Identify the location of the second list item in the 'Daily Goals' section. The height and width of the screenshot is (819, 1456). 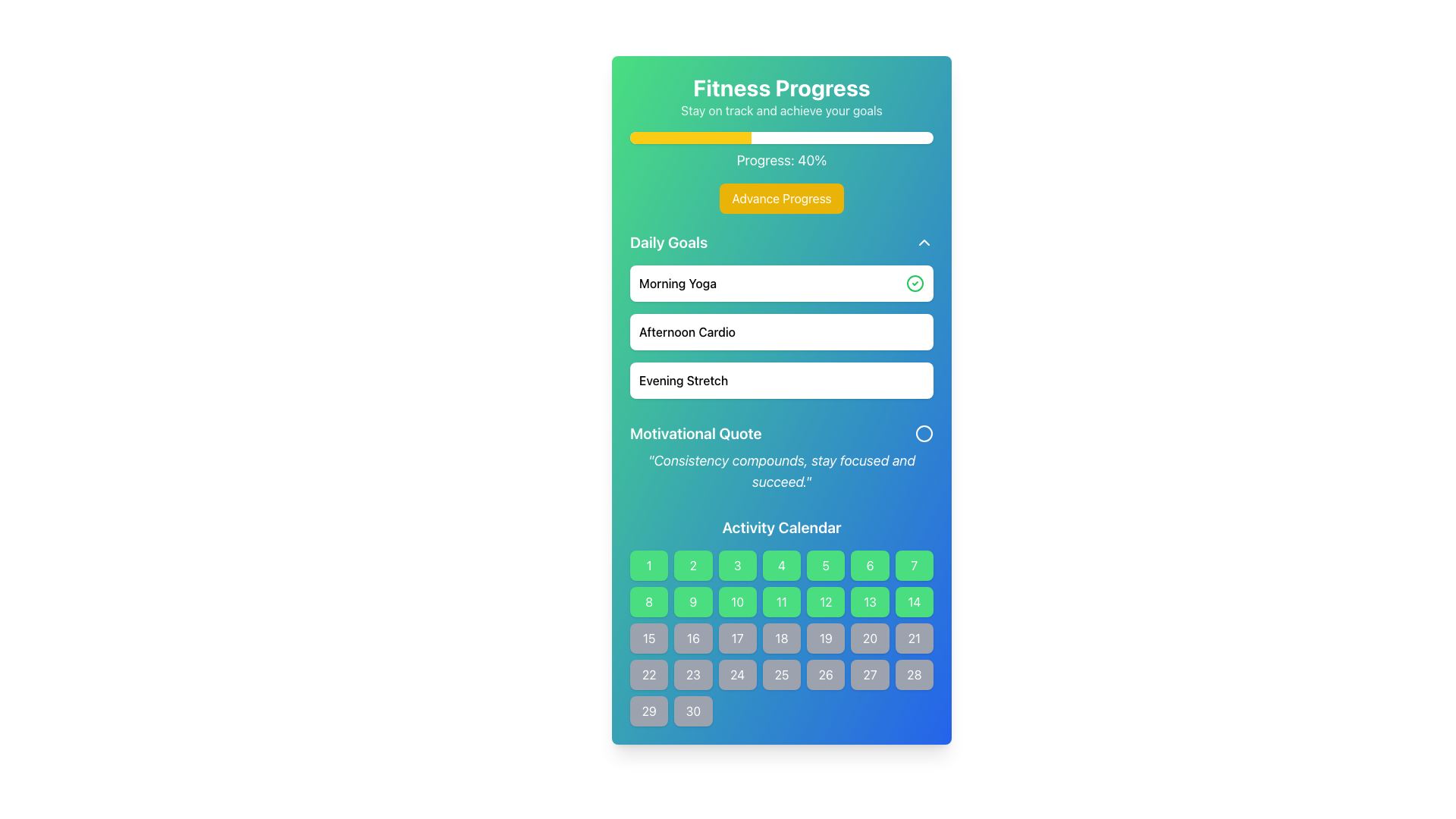
(782, 331).